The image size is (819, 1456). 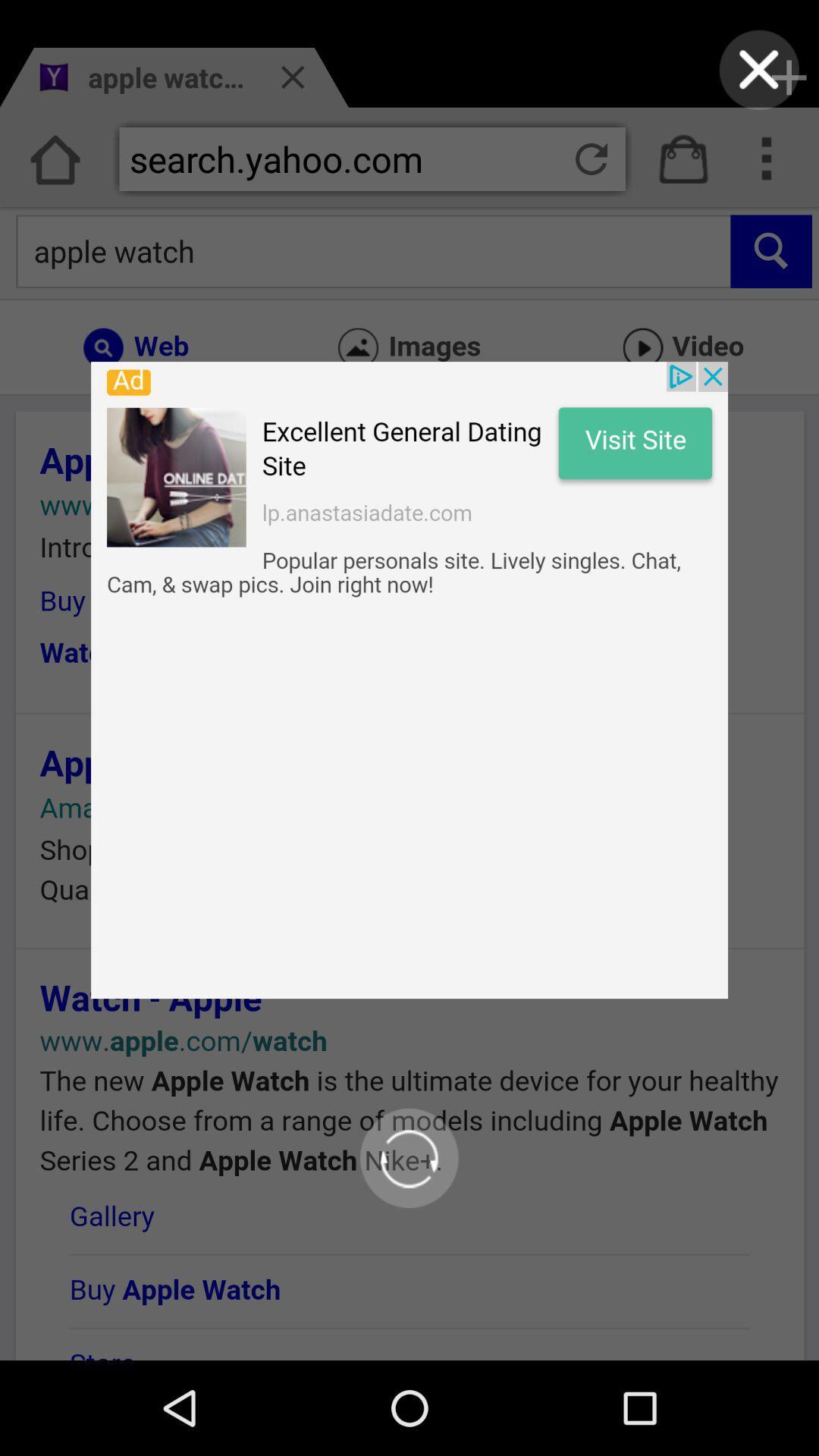 What do you see at coordinates (409, 679) in the screenshot?
I see `opens up advertisement` at bounding box center [409, 679].